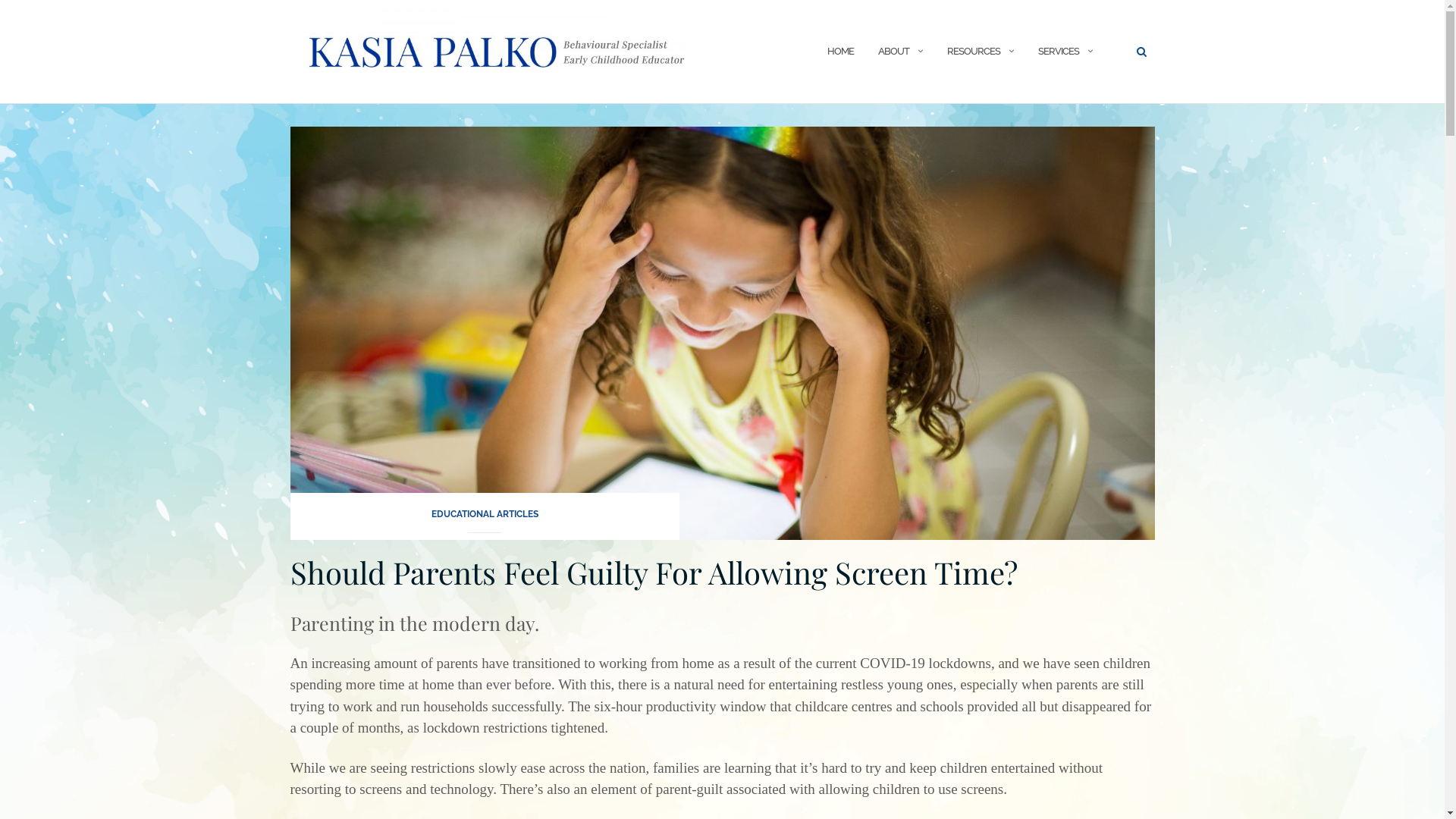 Image resolution: width=1456 pixels, height=819 pixels. Describe the element at coordinates (653, 572) in the screenshot. I see `'Should Parents Feel Guilty For Allowing Screen Time?'` at that location.